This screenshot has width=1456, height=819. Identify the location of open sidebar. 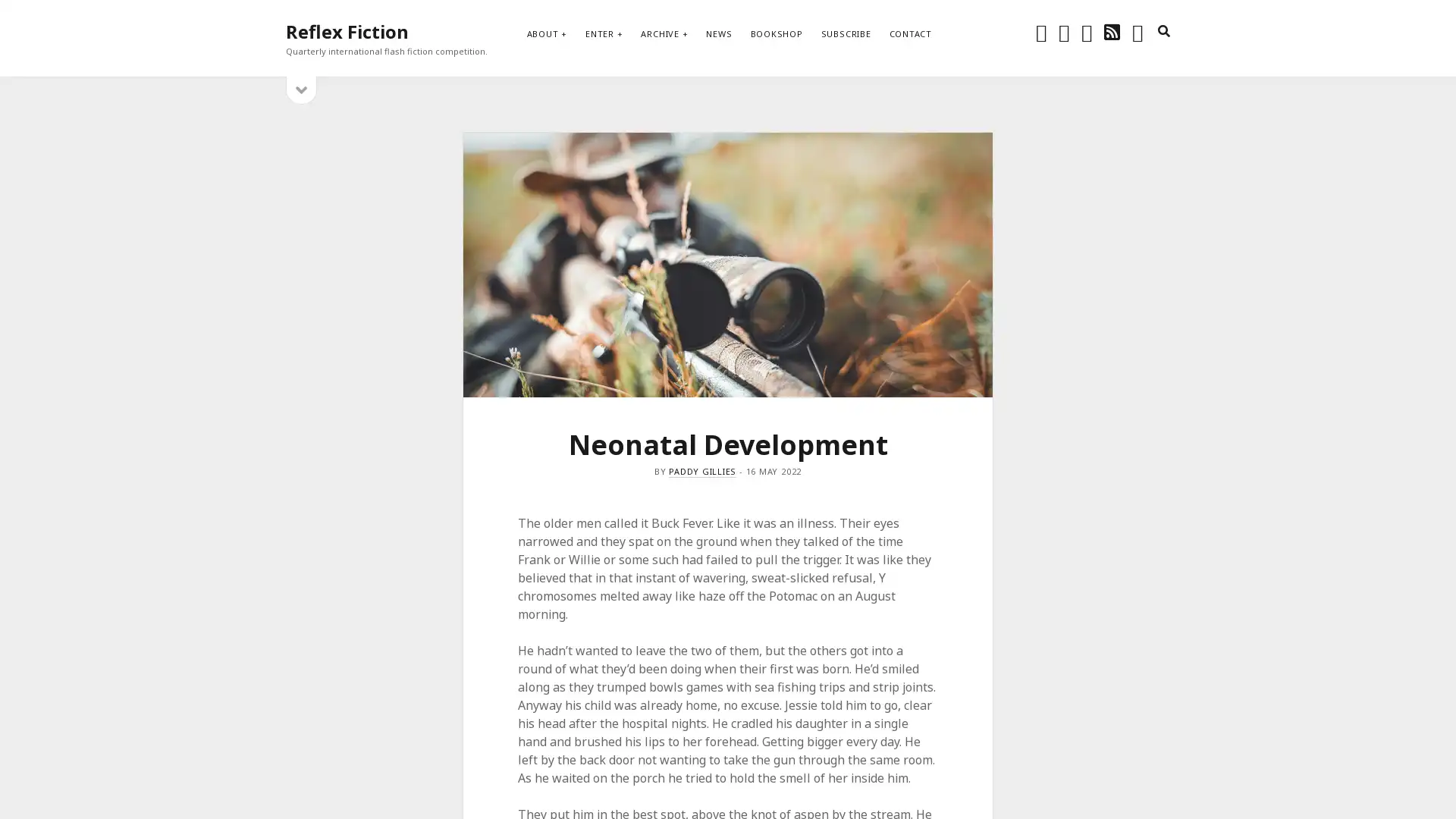
(300, 90).